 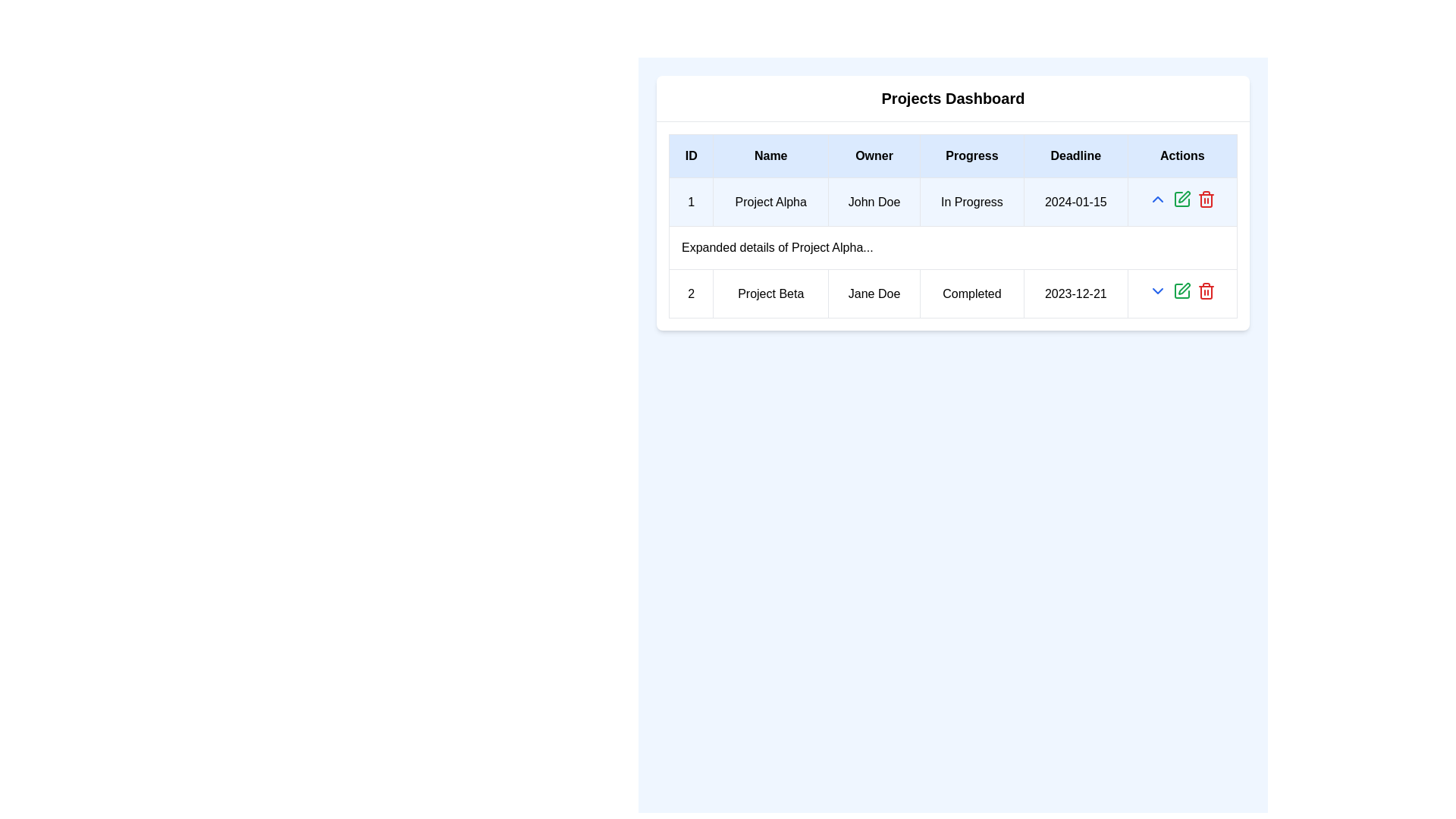 What do you see at coordinates (690, 293) in the screenshot?
I see `the Static Text Label element displaying the number '2', which is positioned in the first column of the second row in a grid layout` at bounding box center [690, 293].